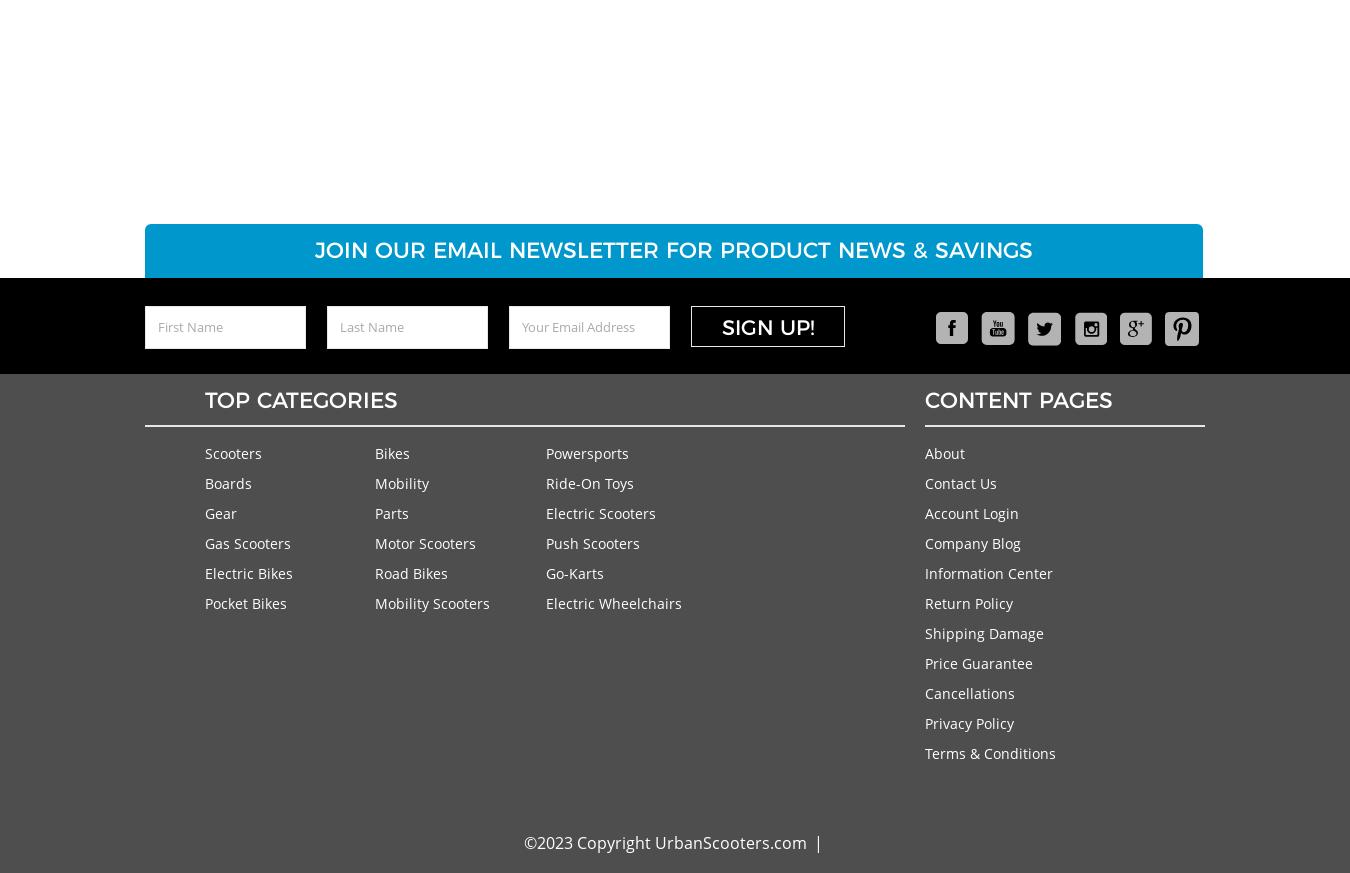 This screenshot has height=873, width=1350. I want to click on 'Twitter', so click(1050, 372).